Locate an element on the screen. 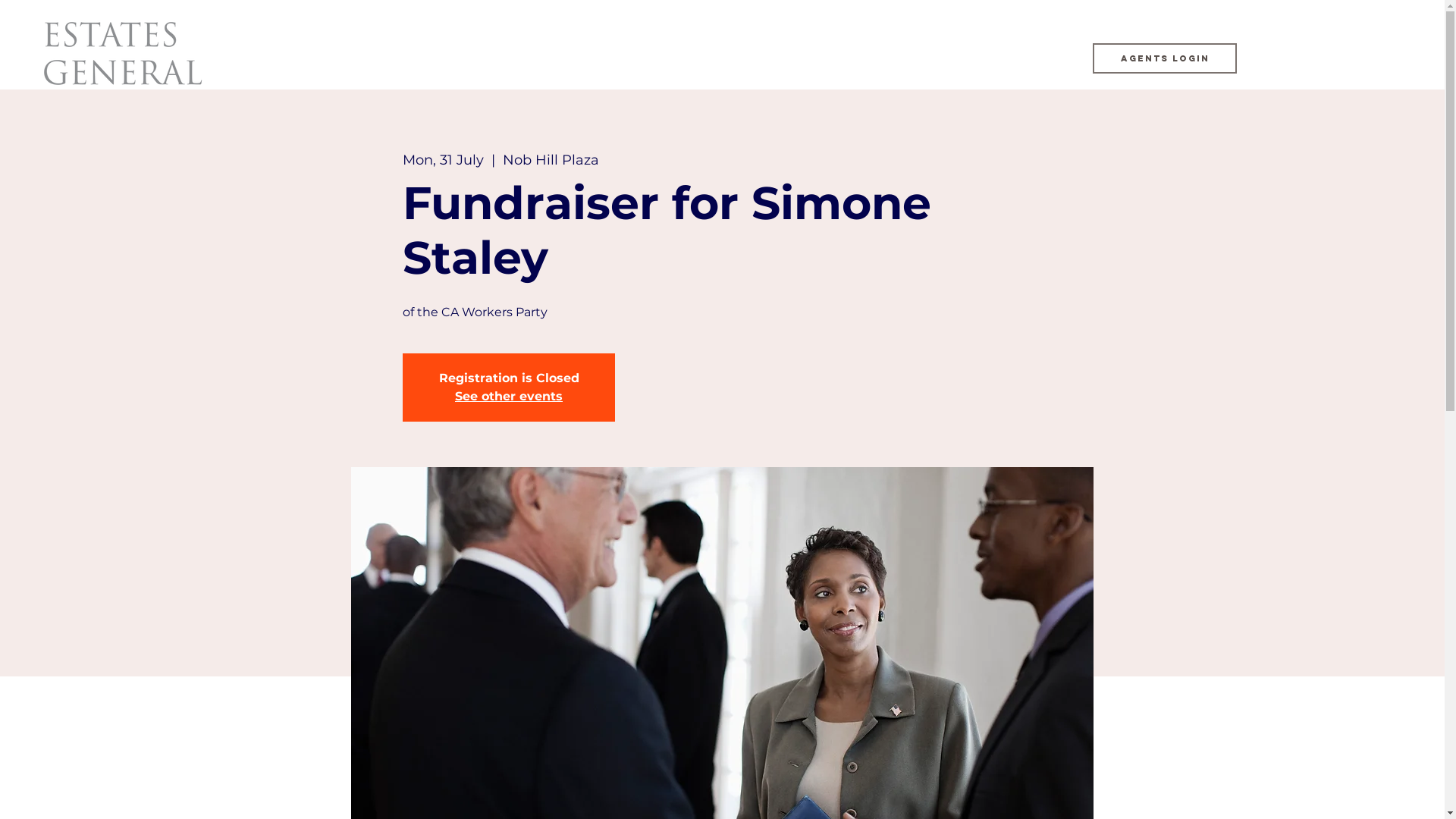  'See other events' is located at coordinates (509, 395).